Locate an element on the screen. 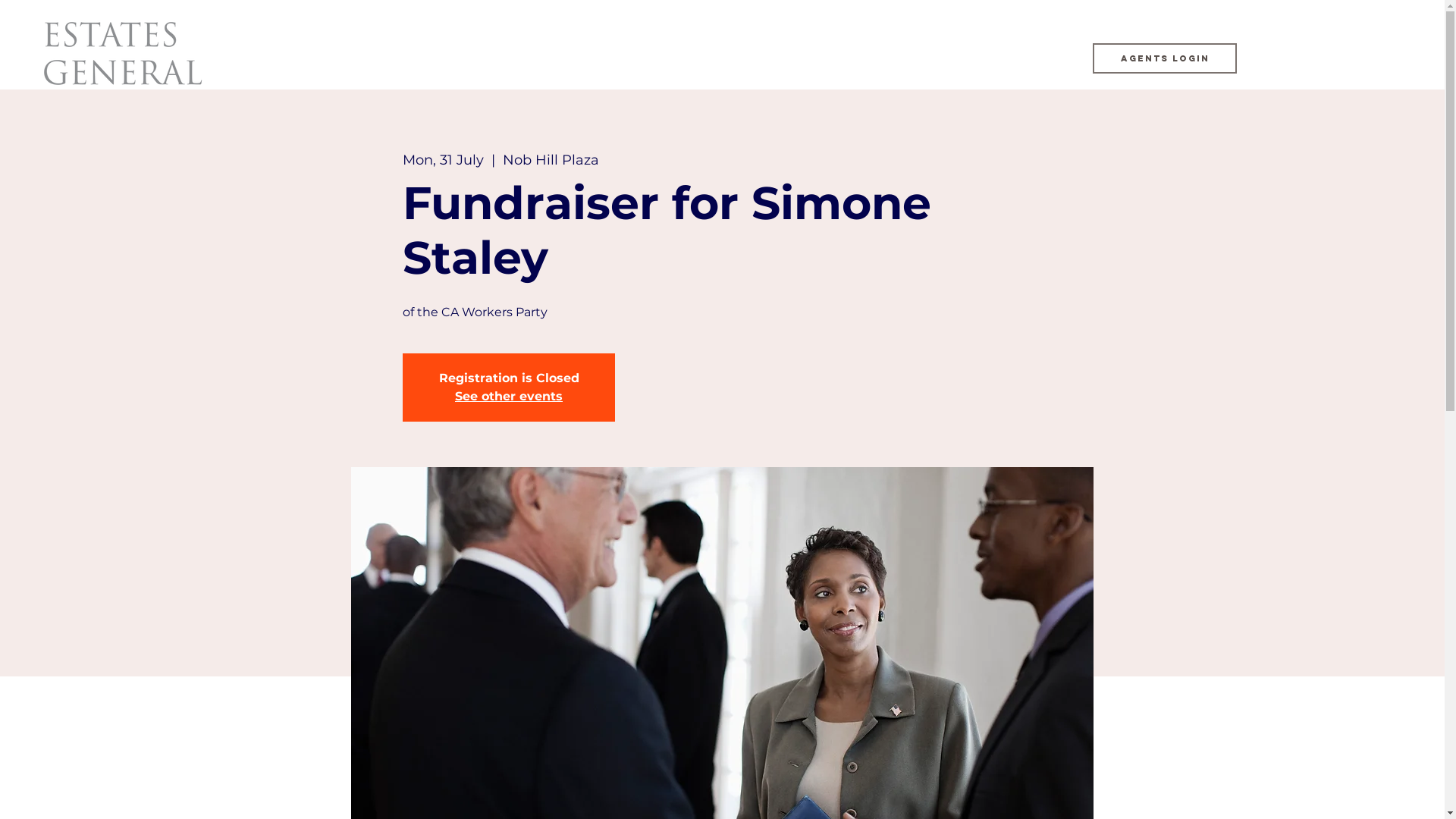  'See other events' is located at coordinates (509, 395).